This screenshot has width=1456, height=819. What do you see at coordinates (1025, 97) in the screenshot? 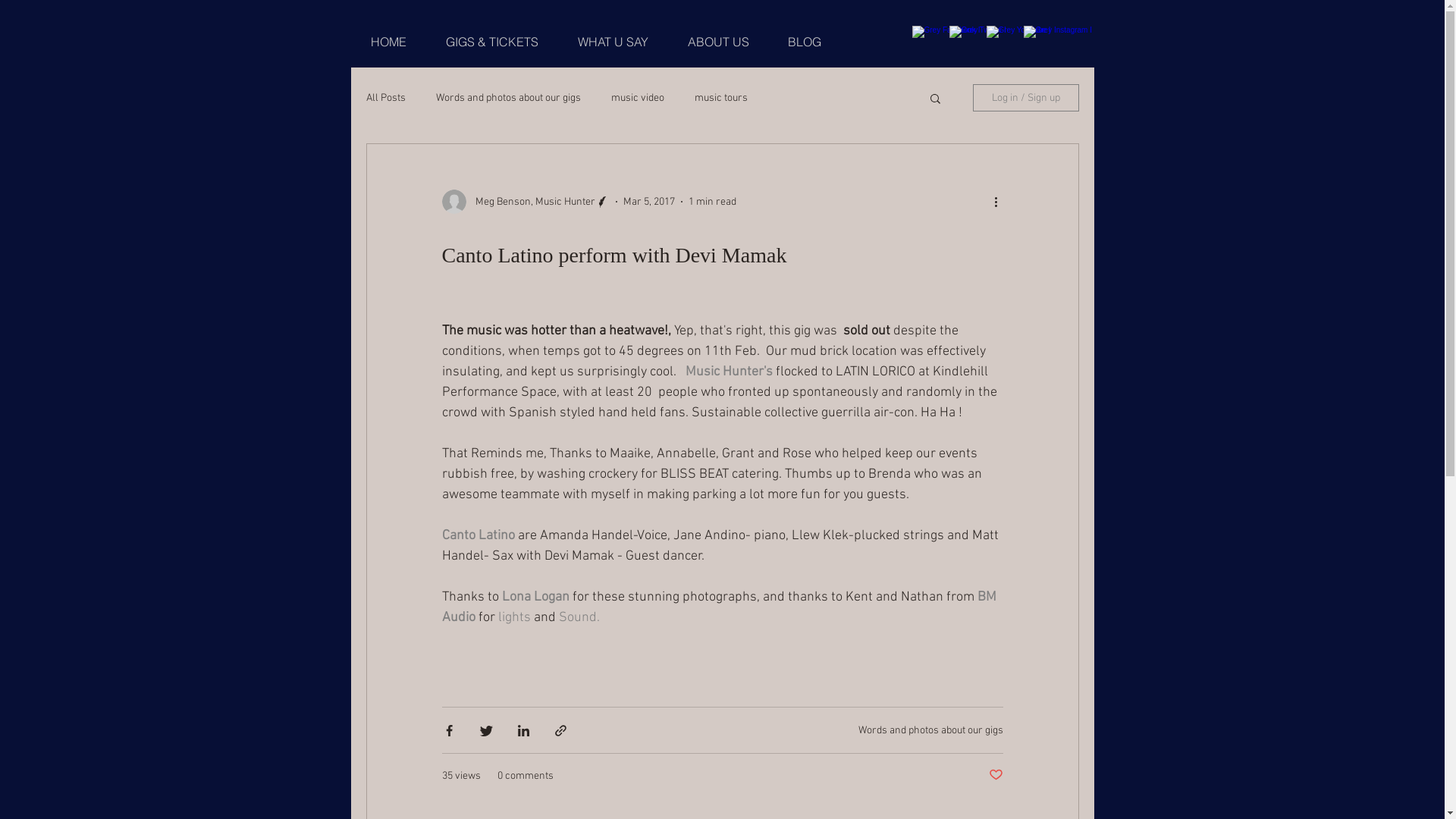
I see `'Log in / Sign up'` at bounding box center [1025, 97].